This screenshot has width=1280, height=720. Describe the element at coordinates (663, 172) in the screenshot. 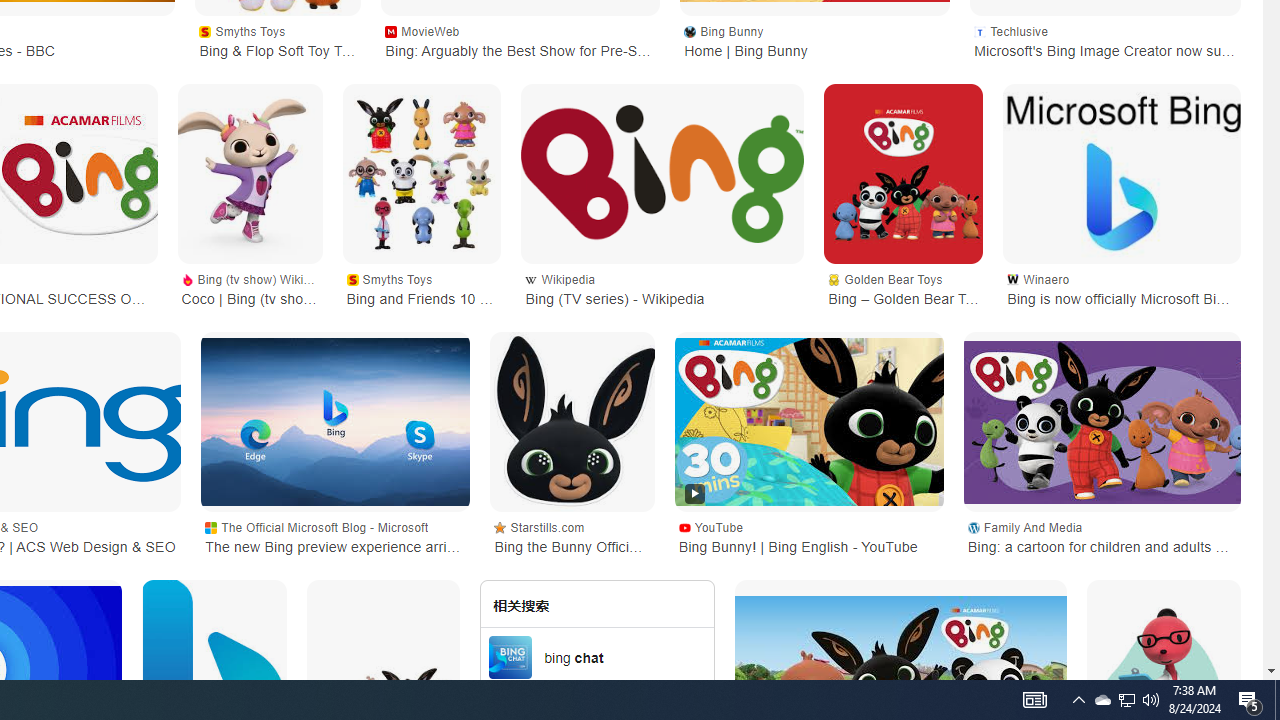

I see `'Bing (TV series) - Wikipedia'` at that location.